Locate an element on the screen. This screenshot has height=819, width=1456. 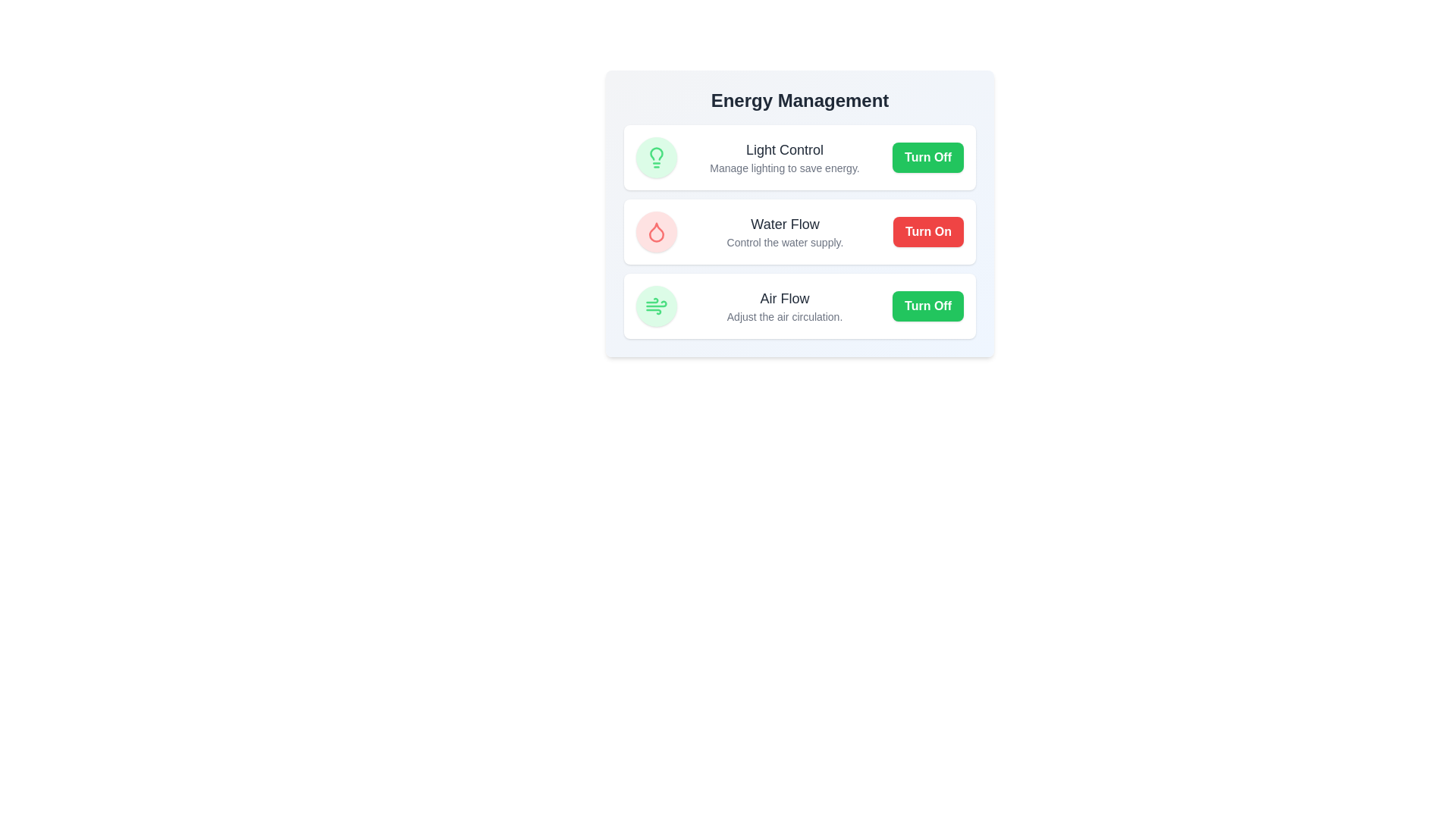
the 'Air Flow' text label, which is displayed in a medium-sized, bold font with a grayish-black color, located under 'Water Flow' is located at coordinates (785, 298).